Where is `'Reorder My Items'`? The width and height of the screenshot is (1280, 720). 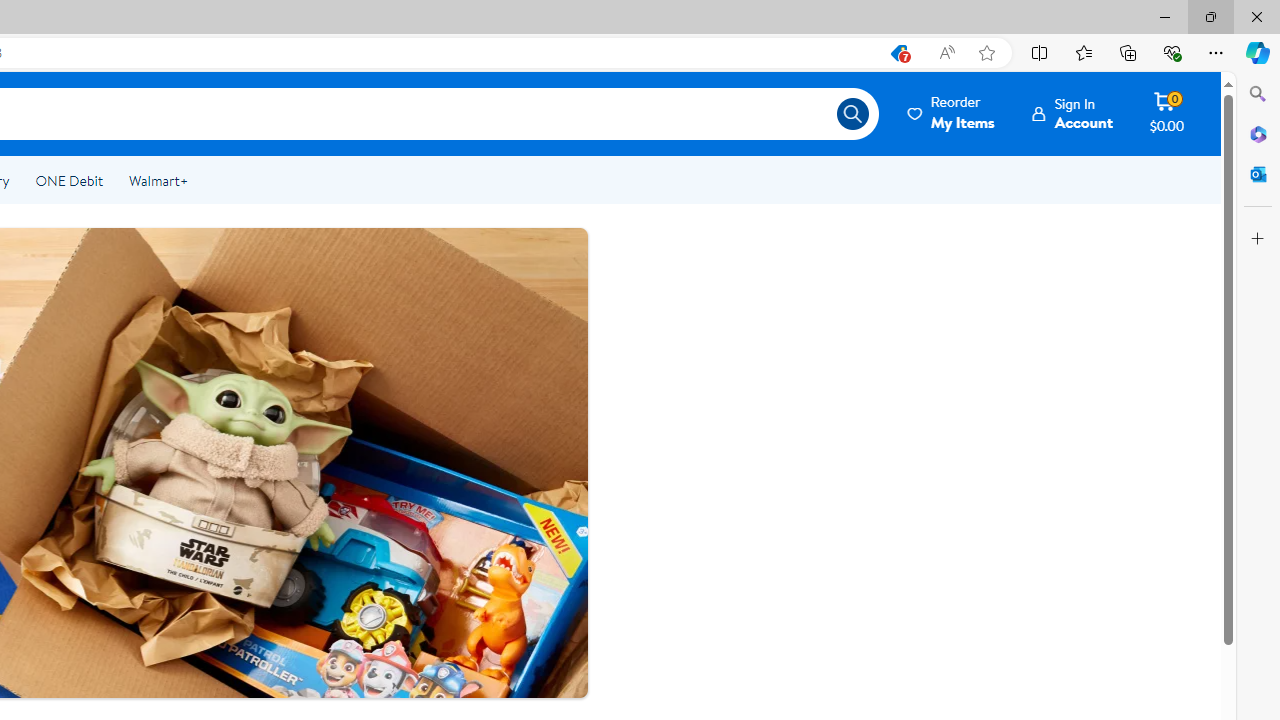
'Reorder My Items' is located at coordinates (951, 113).